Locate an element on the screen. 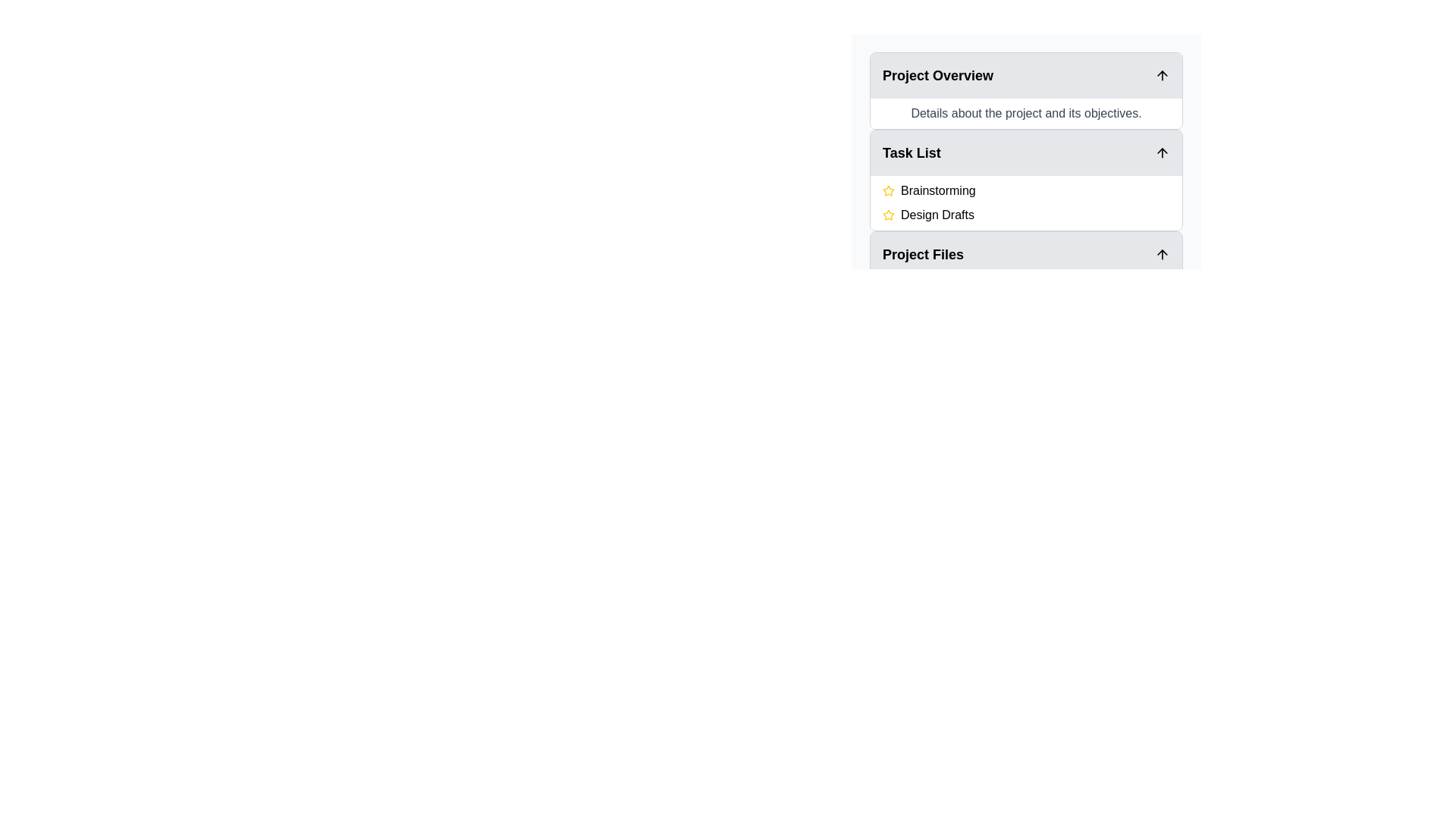 This screenshot has height=819, width=1456. the collapsible panel toggle for the 'Project Files' section is located at coordinates (1026, 253).